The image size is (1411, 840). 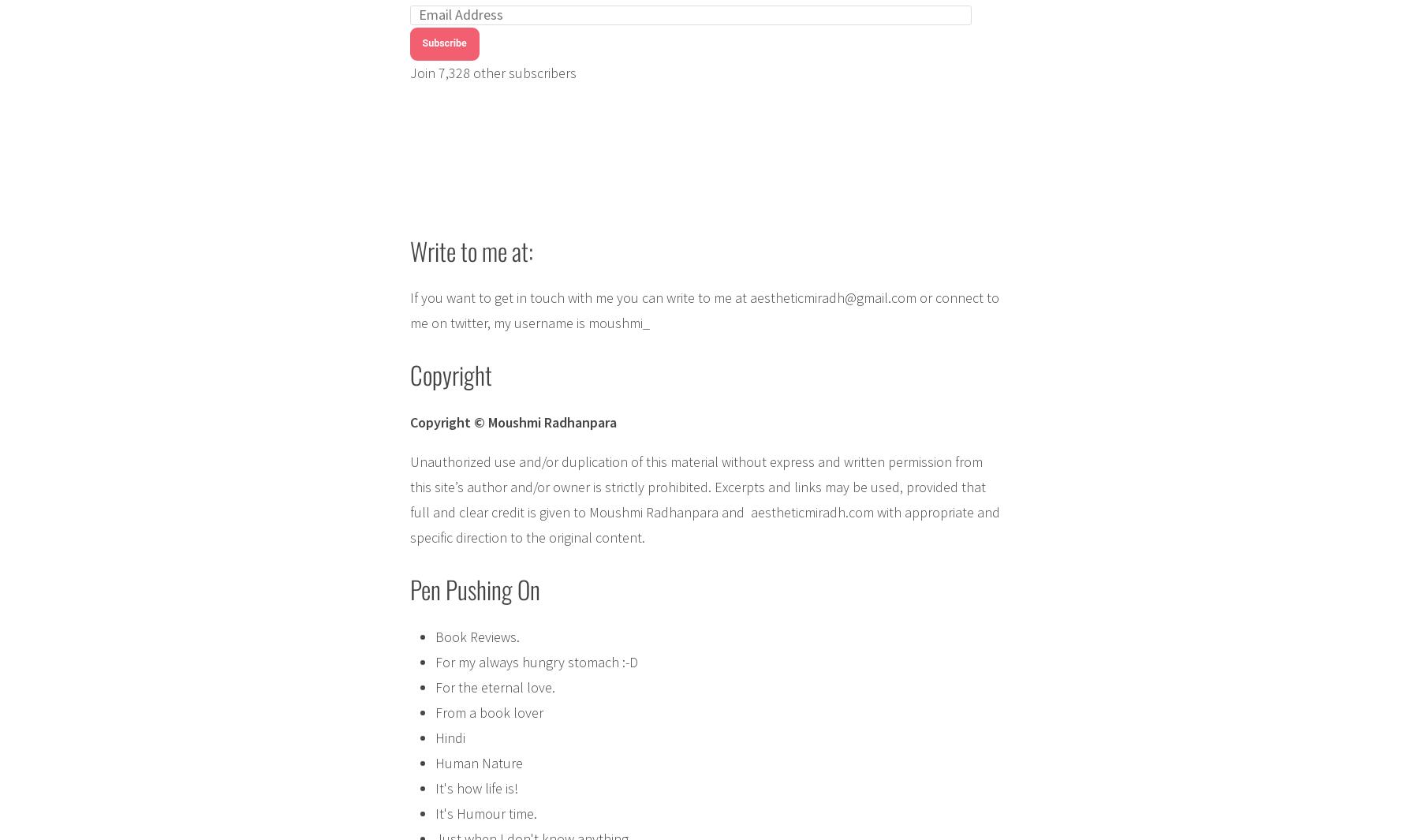 I want to click on 'Subscribe', so click(x=442, y=42).